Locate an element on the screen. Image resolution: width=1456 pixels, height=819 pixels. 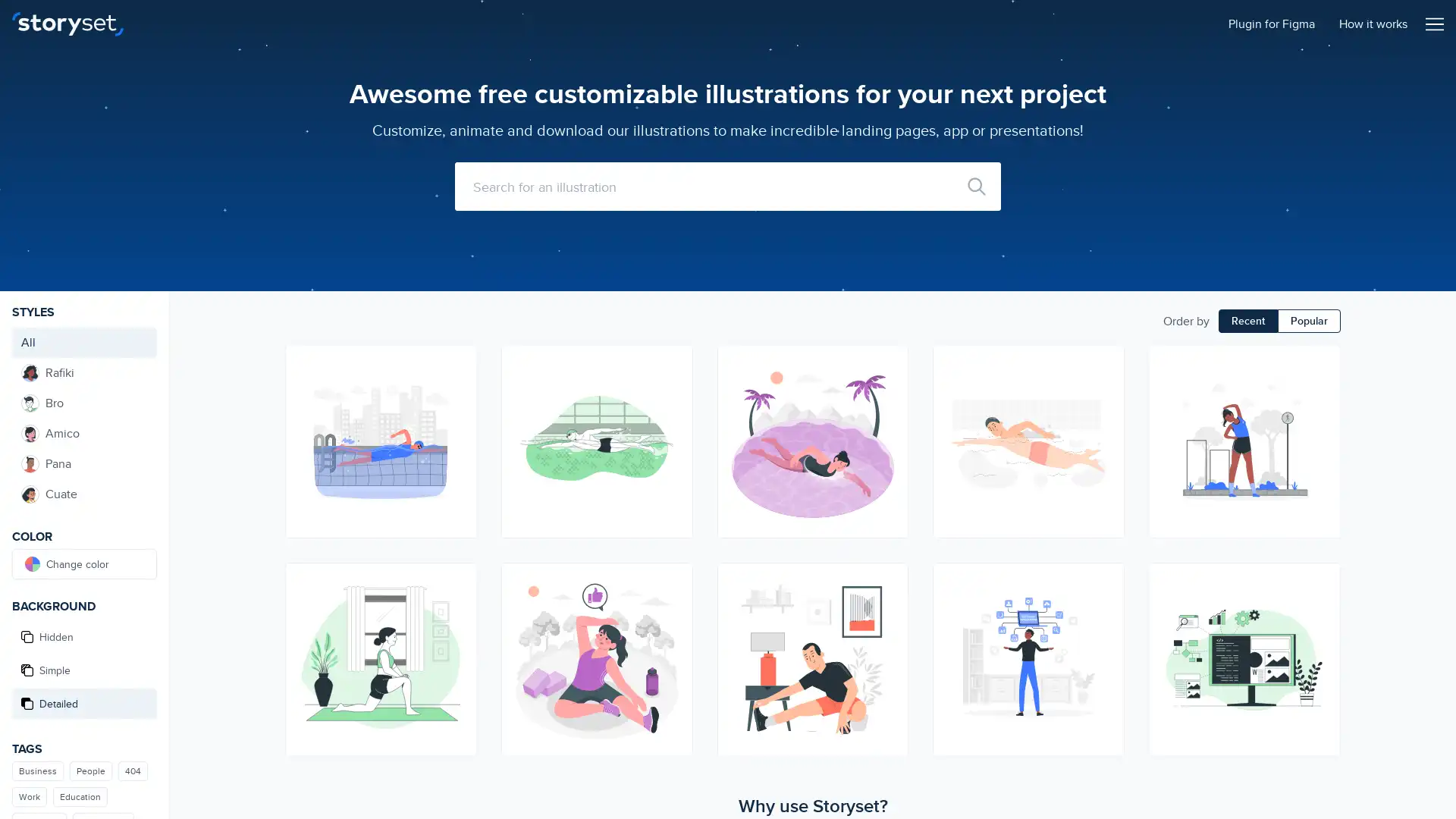
download icon Download is located at coordinates (673, 607).